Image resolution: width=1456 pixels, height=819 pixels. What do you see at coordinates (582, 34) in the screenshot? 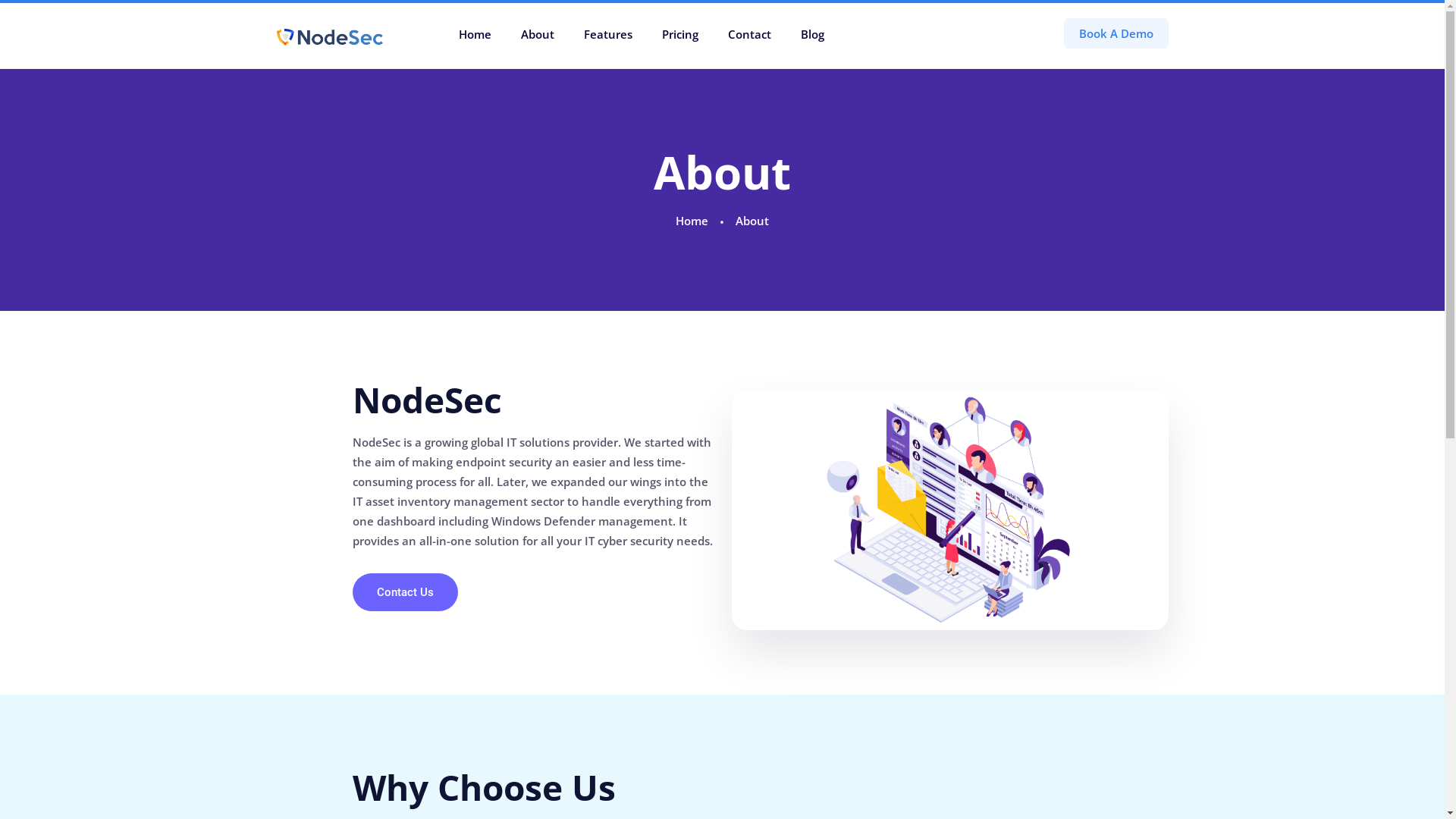
I see `'Features'` at bounding box center [582, 34].